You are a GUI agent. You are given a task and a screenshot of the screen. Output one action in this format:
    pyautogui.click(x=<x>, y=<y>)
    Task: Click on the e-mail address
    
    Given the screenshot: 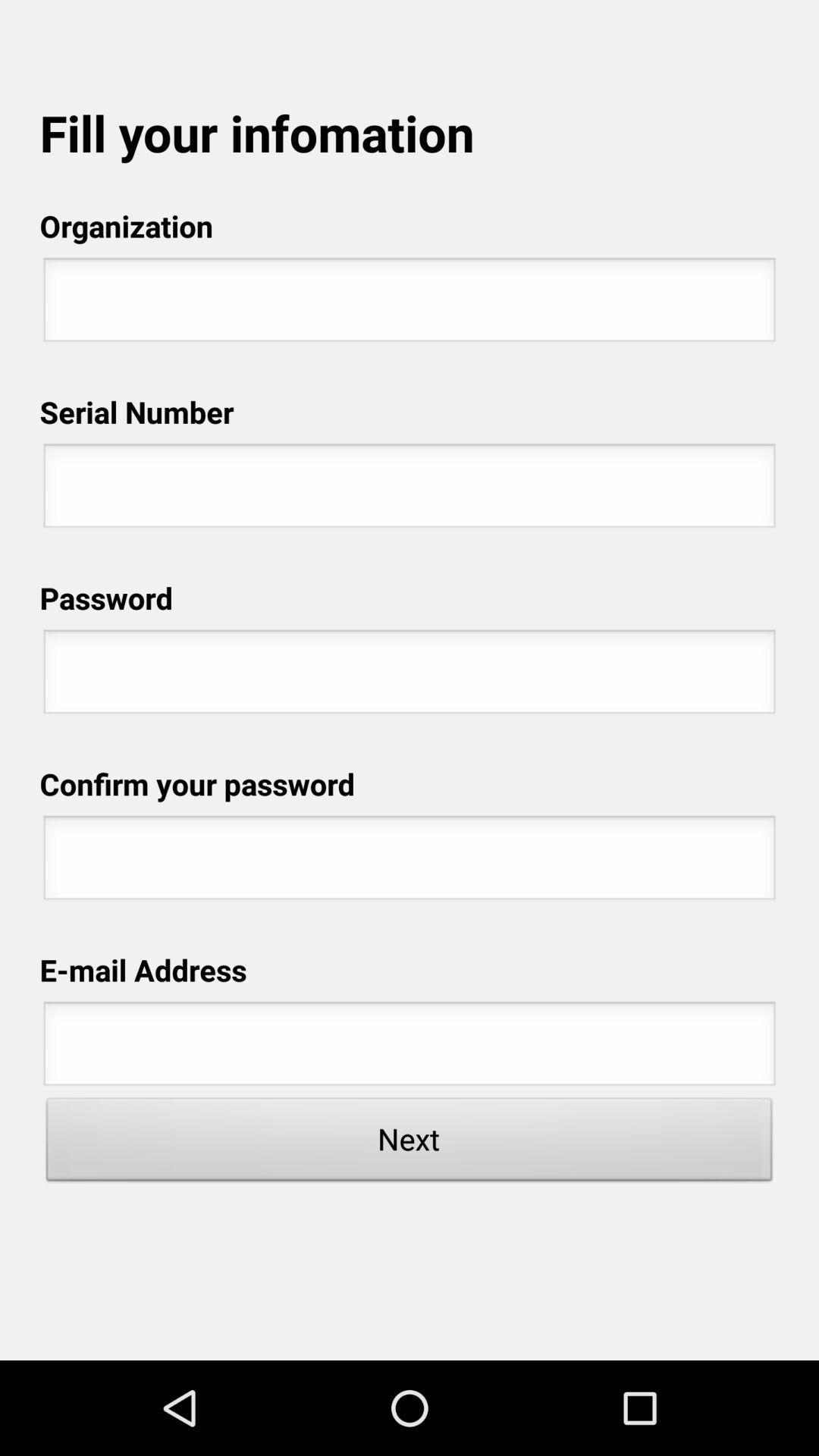 What is the action you would take?
    pyautogui.click(x=409, y=1047)
    